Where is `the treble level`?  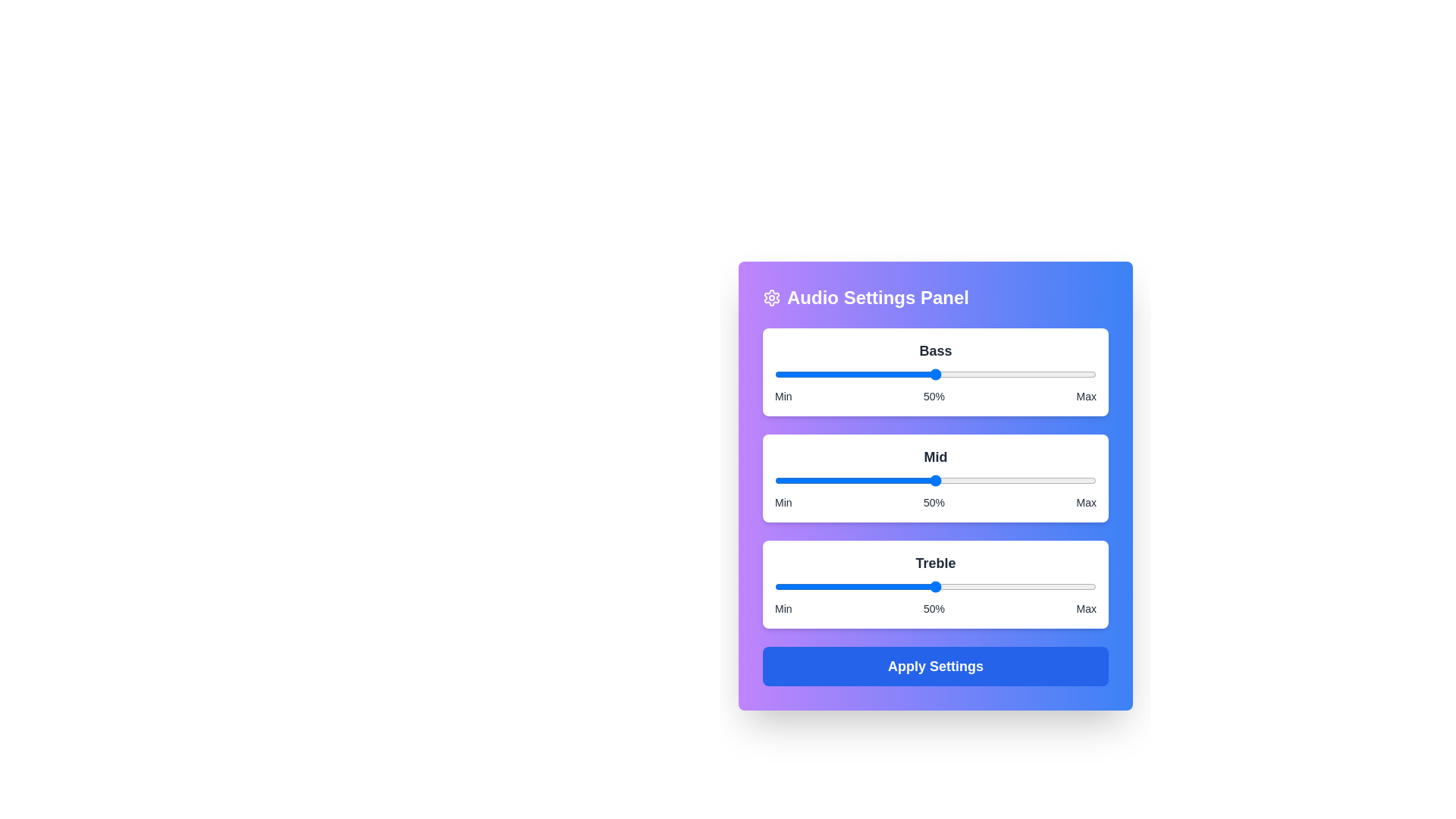
the treble level is located at coordinates (981, 586).